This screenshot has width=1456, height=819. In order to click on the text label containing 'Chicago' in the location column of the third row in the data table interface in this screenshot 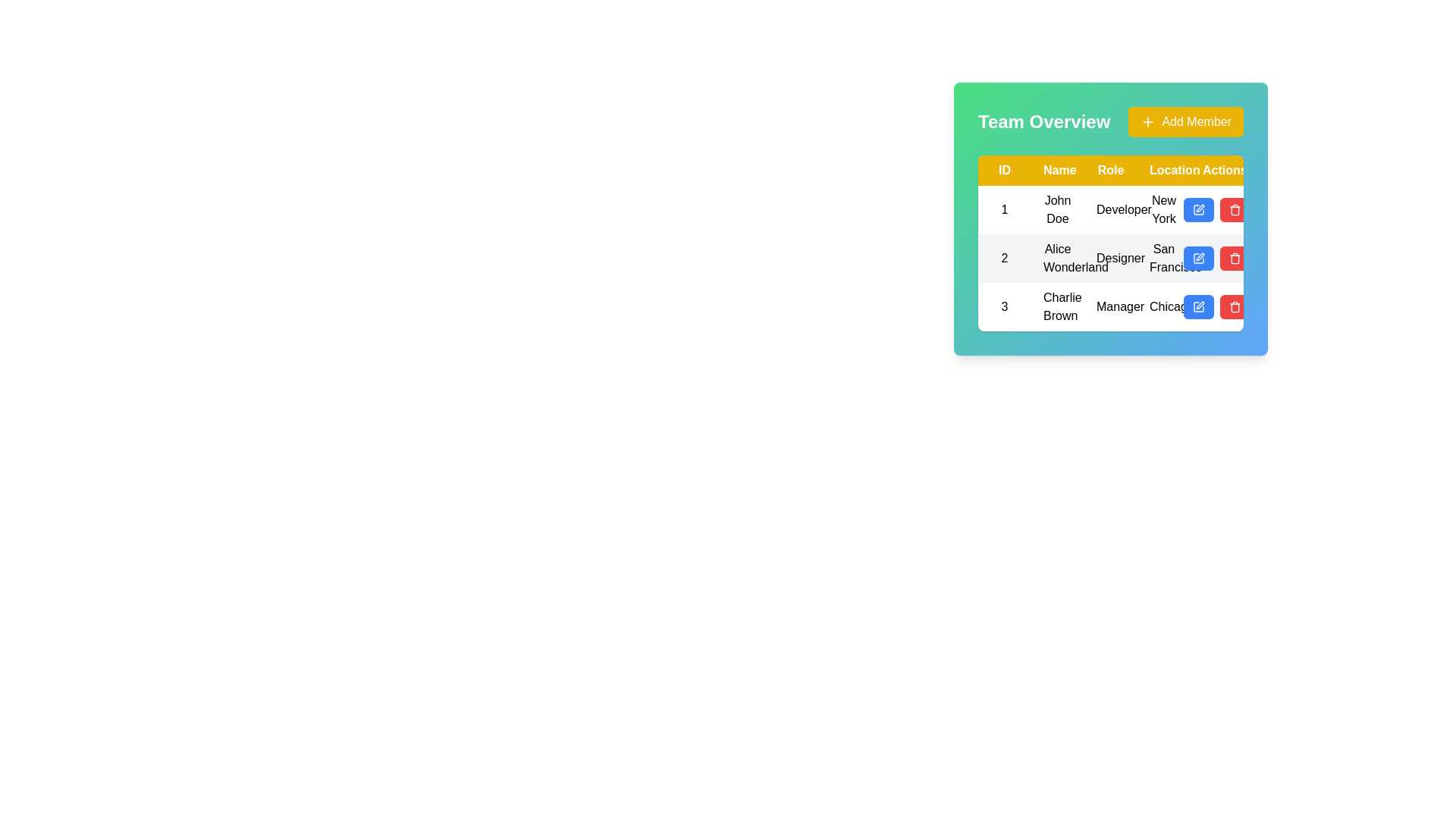, I will do `click(1163, 307)`.